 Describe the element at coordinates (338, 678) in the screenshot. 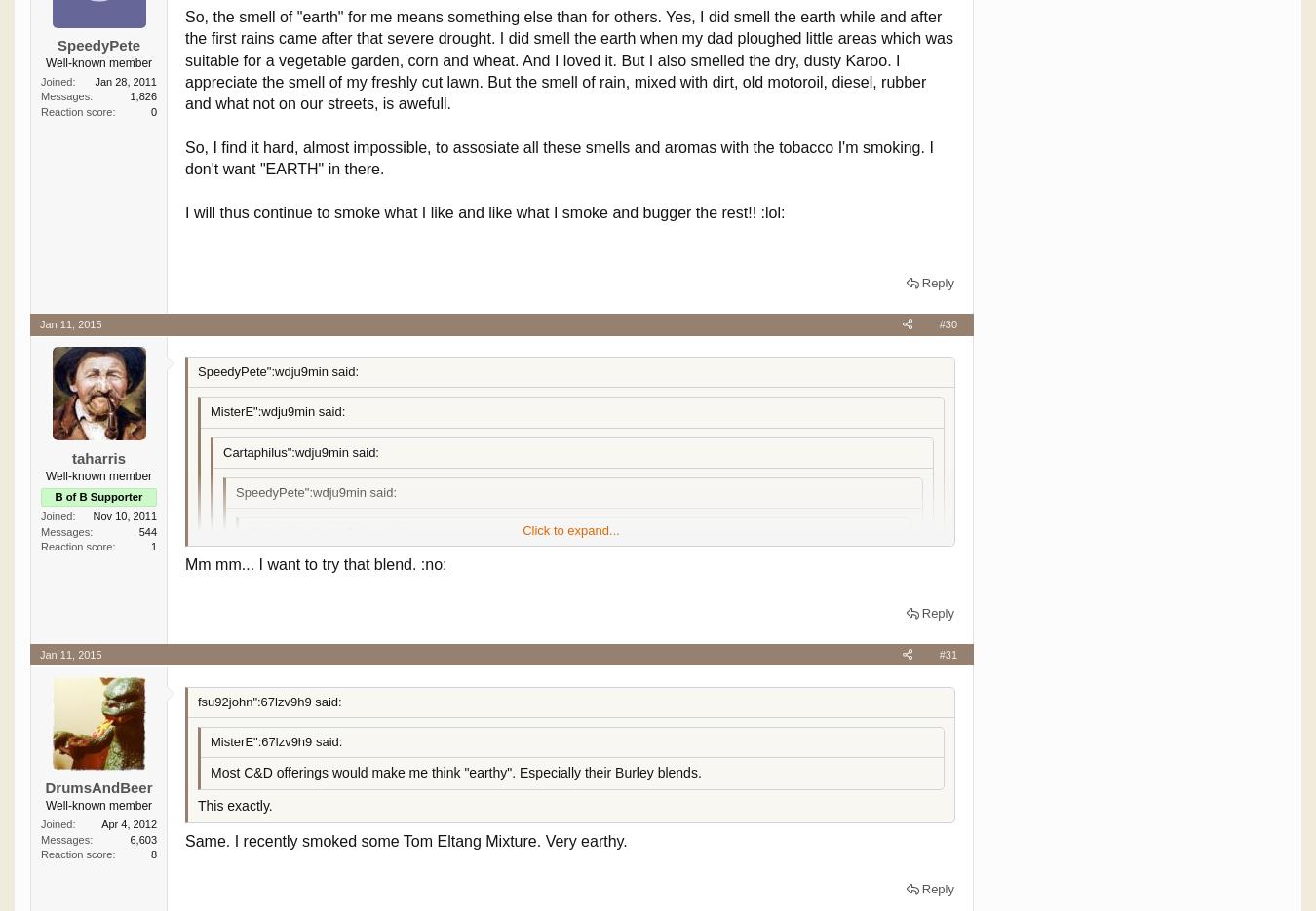

I see `'Come to think of it, that could explain a lot!'` at that location.